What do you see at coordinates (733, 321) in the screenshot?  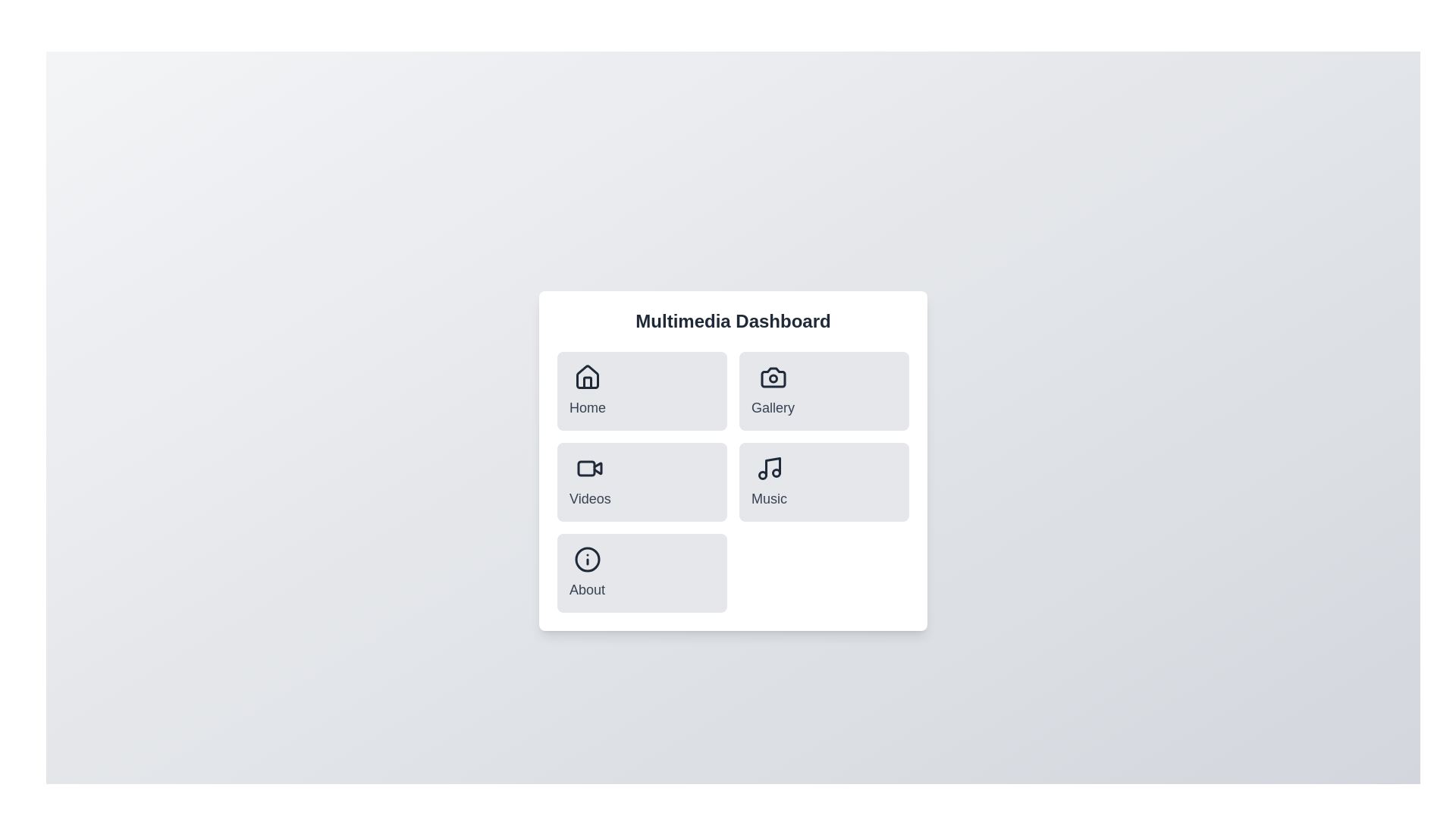 I see `the title text 'Multimedia Dashboard' located at the center of the header` at bounding box center [733, 321].